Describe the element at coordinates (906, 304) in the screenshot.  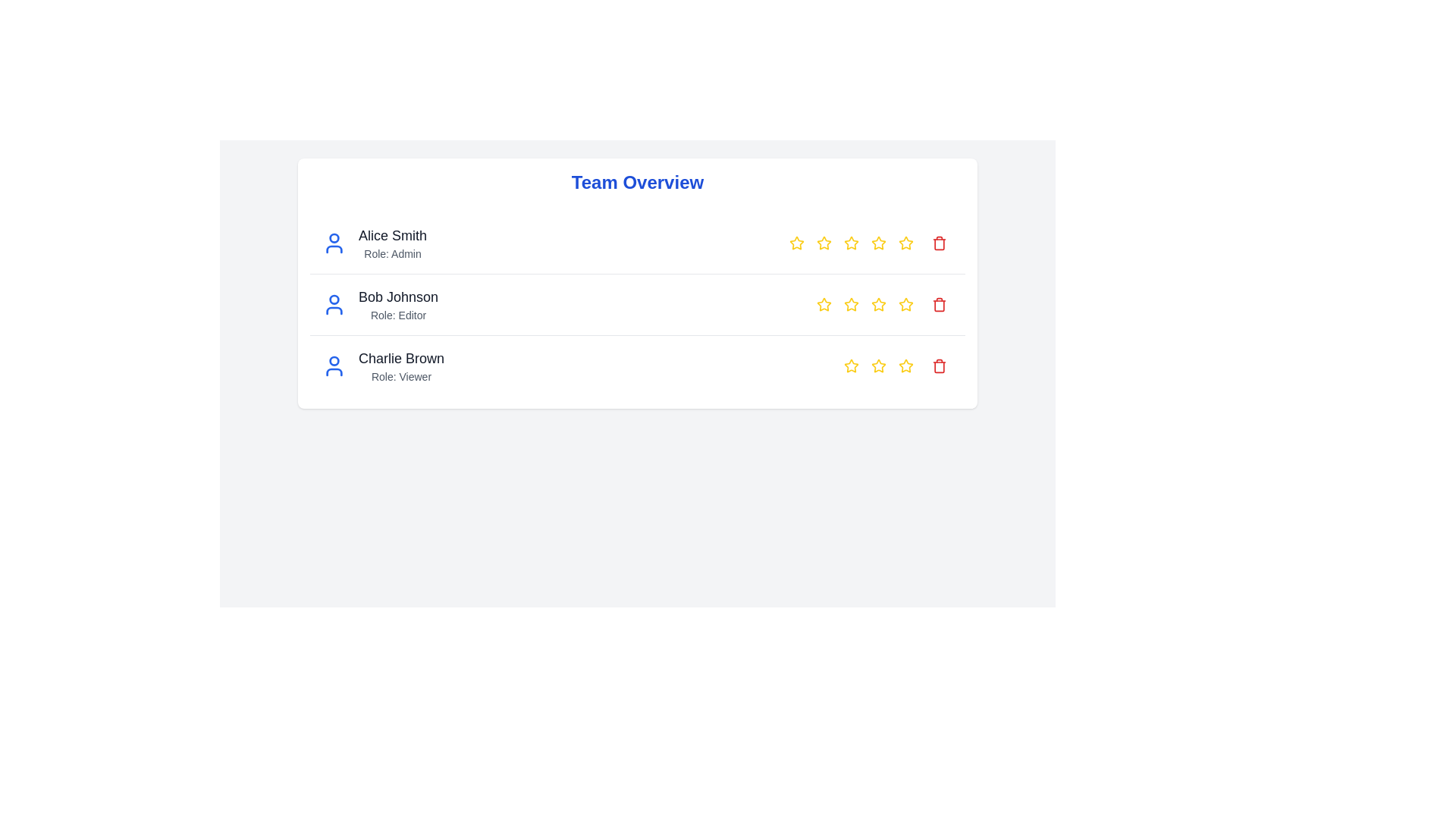
I see `the star icon button styled as a star for user 'Bob Johnson'` at that location.